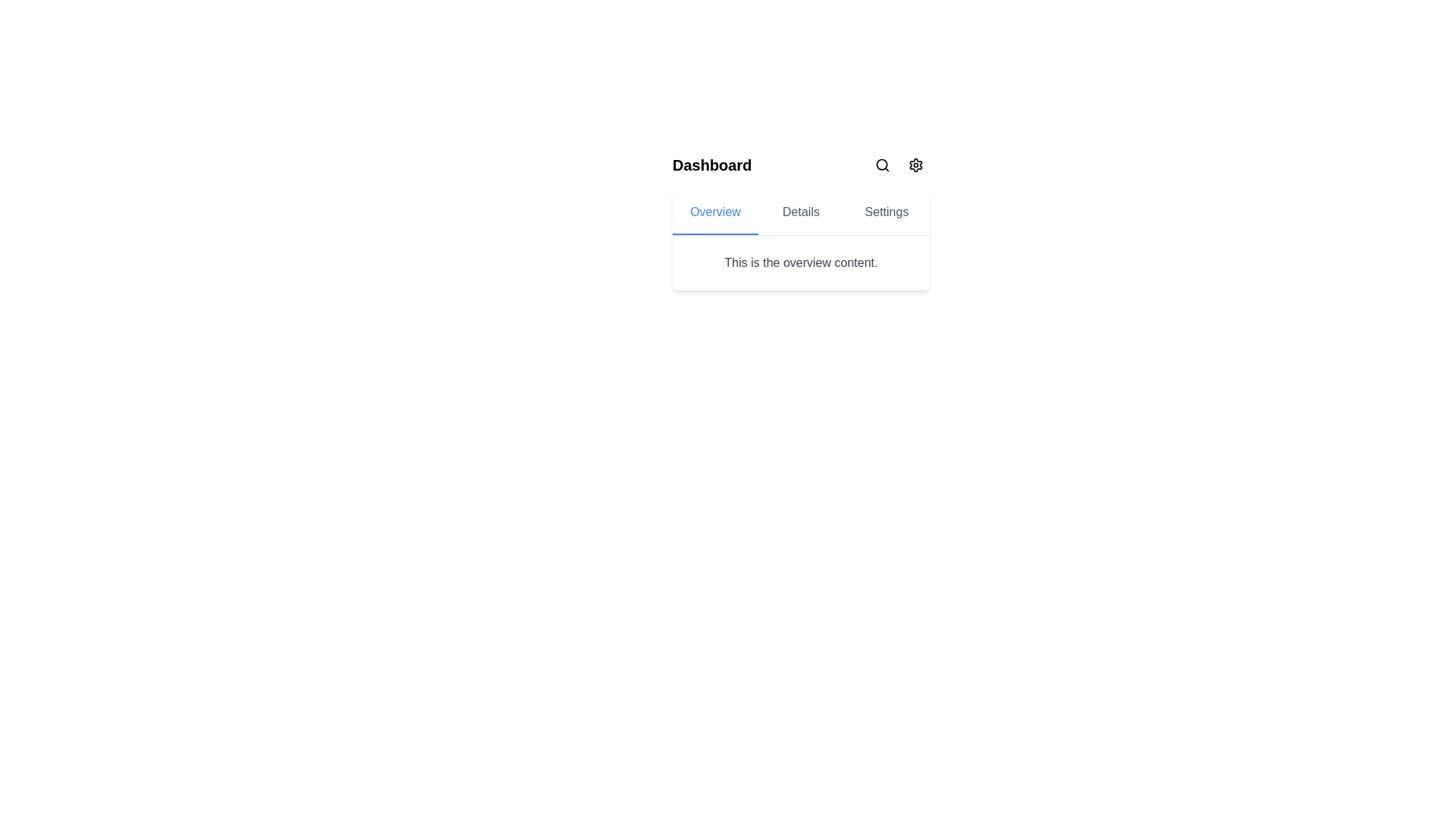 Image resolution: width=1456 pixels, height=819 pixels. I want to click on the gear-shaped icon button located in the top-right of the interface, so click(915, 165).